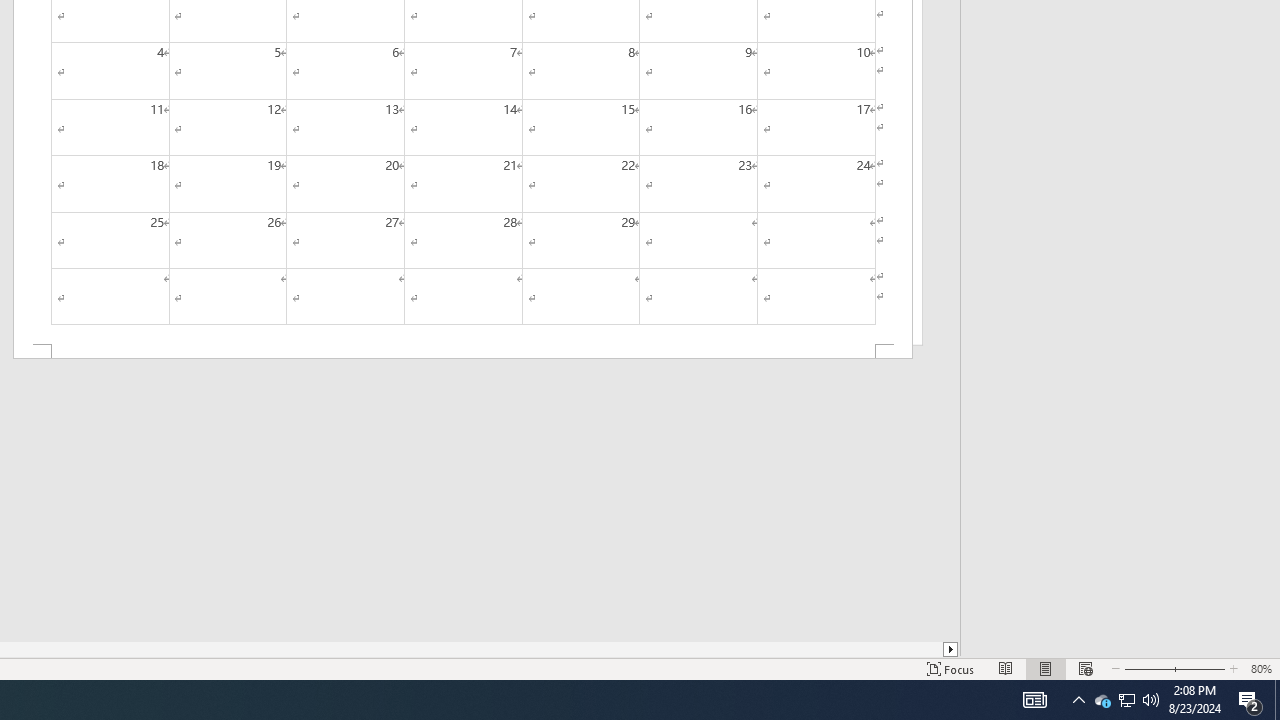  What do you see at coordinates (950, 649) in the screenshot?
I see `'Column right'` at bounding box center [950, 649].